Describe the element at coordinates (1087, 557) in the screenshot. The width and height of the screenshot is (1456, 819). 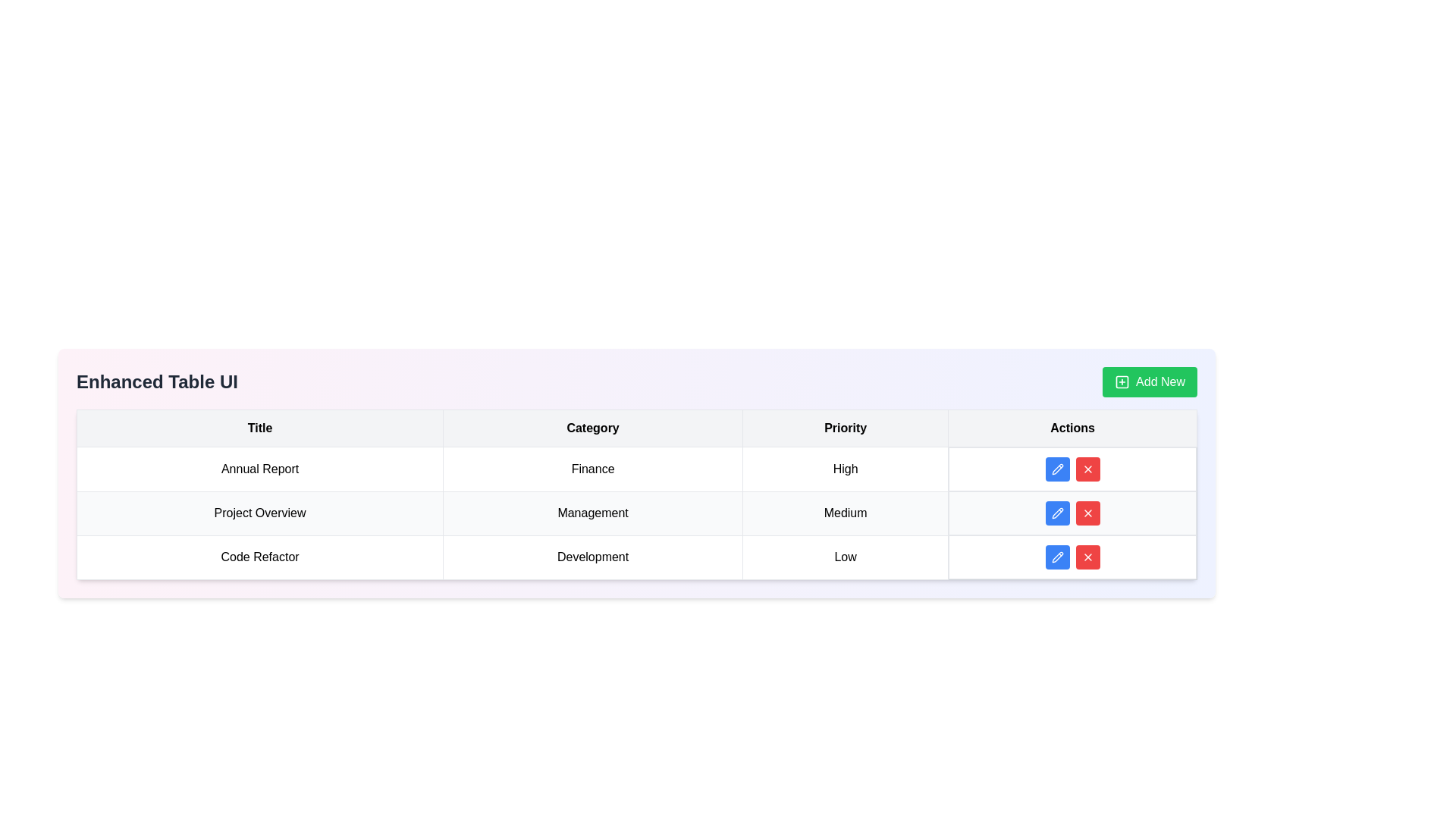
I see `the red delete button located in the last row of the 'Actions' column in the table, which is situated to the right of the blue edit button to potentially view tooltips` at that location.